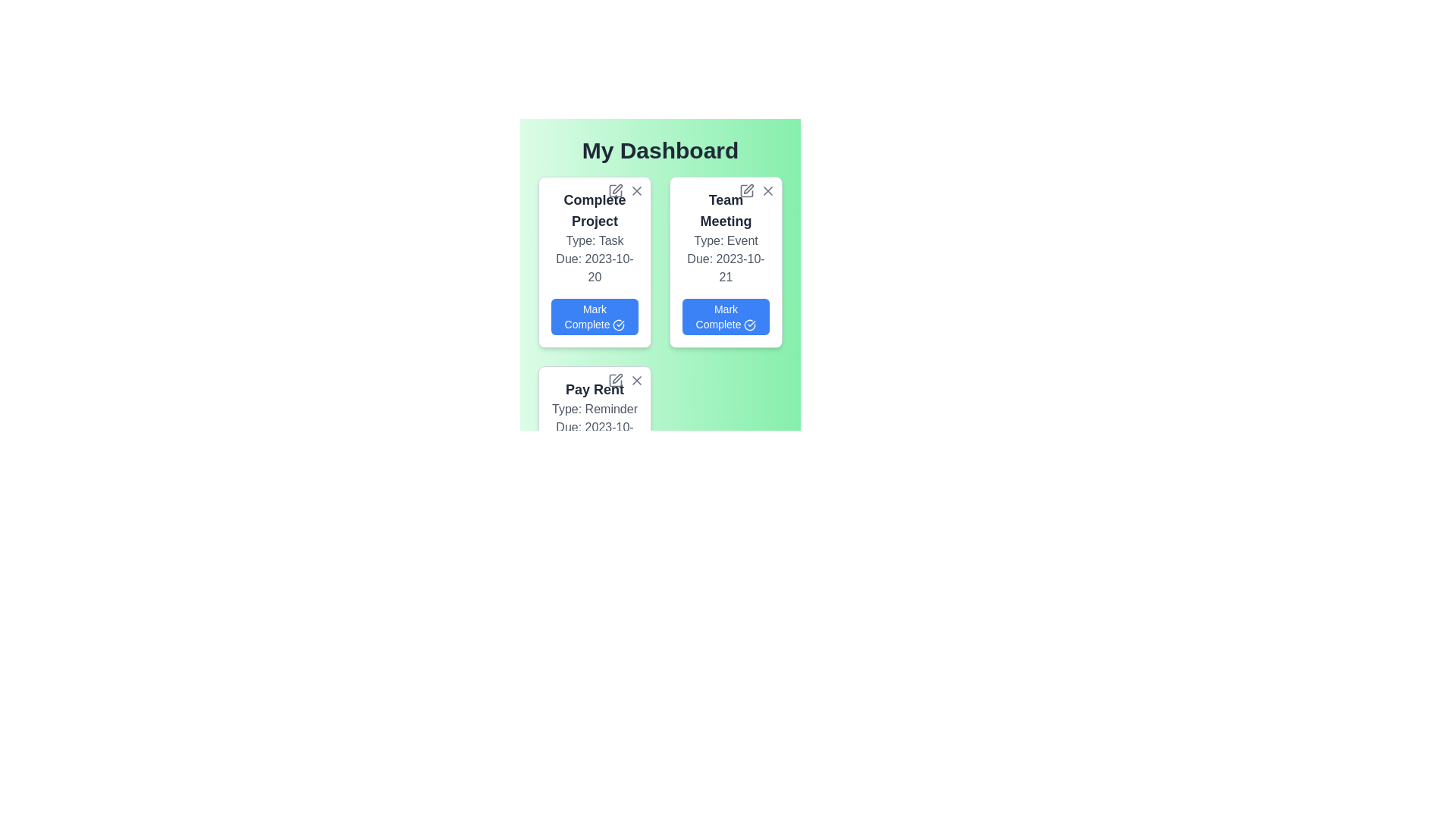 The height and width of the screenshot is (819, 1456). Describe the element at coordinates (619, 325) in the screenshot. I see `the decorative icon located at the bottom-right corner of the 'Mark Complete' button within the 'Complete Project' task card on the dashboard` at that location.